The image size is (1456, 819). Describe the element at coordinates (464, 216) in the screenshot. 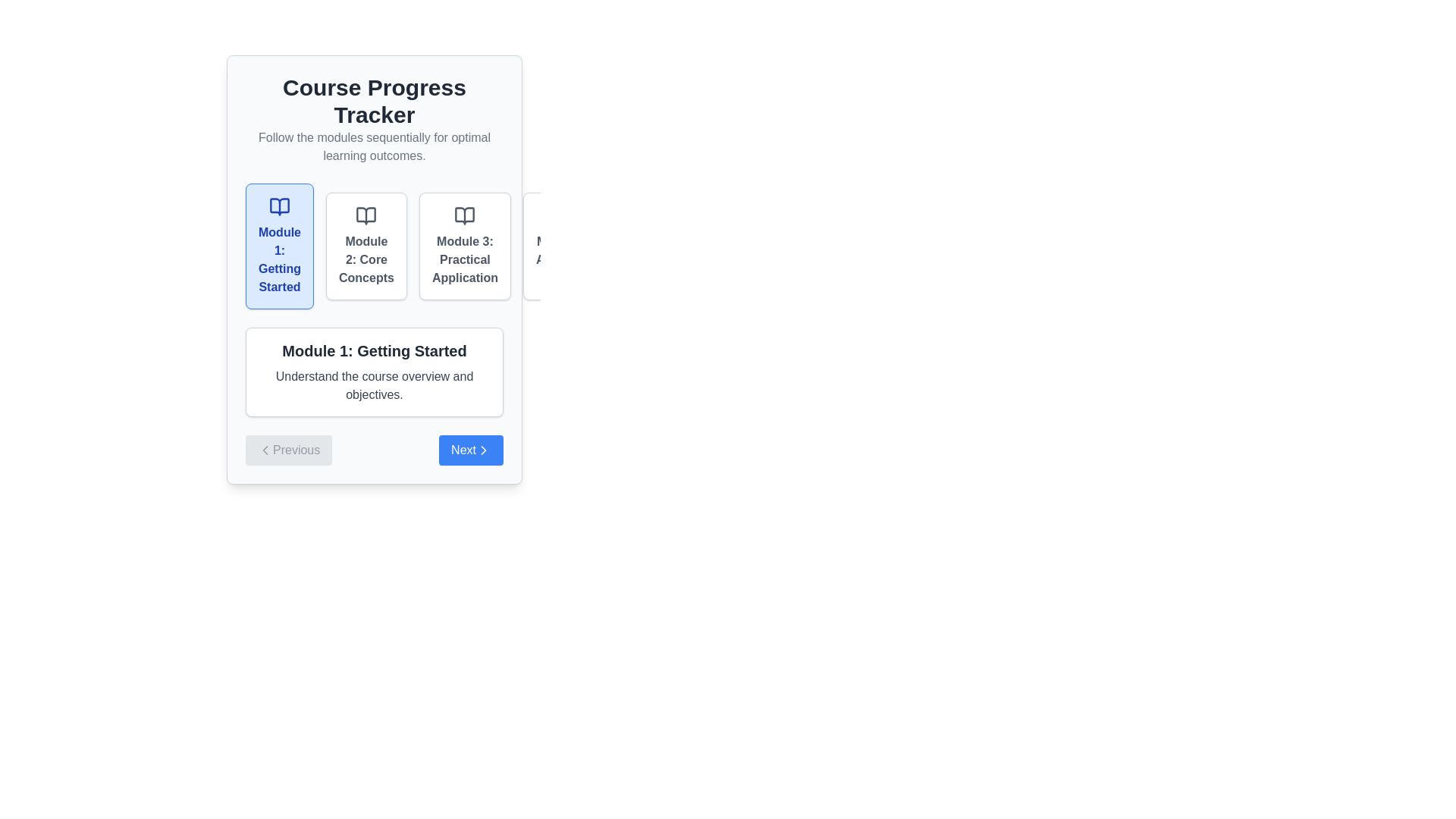

I see `the decorative icon representing 'Module 3: Practical Application' located at the top of the card for this module` at that location.